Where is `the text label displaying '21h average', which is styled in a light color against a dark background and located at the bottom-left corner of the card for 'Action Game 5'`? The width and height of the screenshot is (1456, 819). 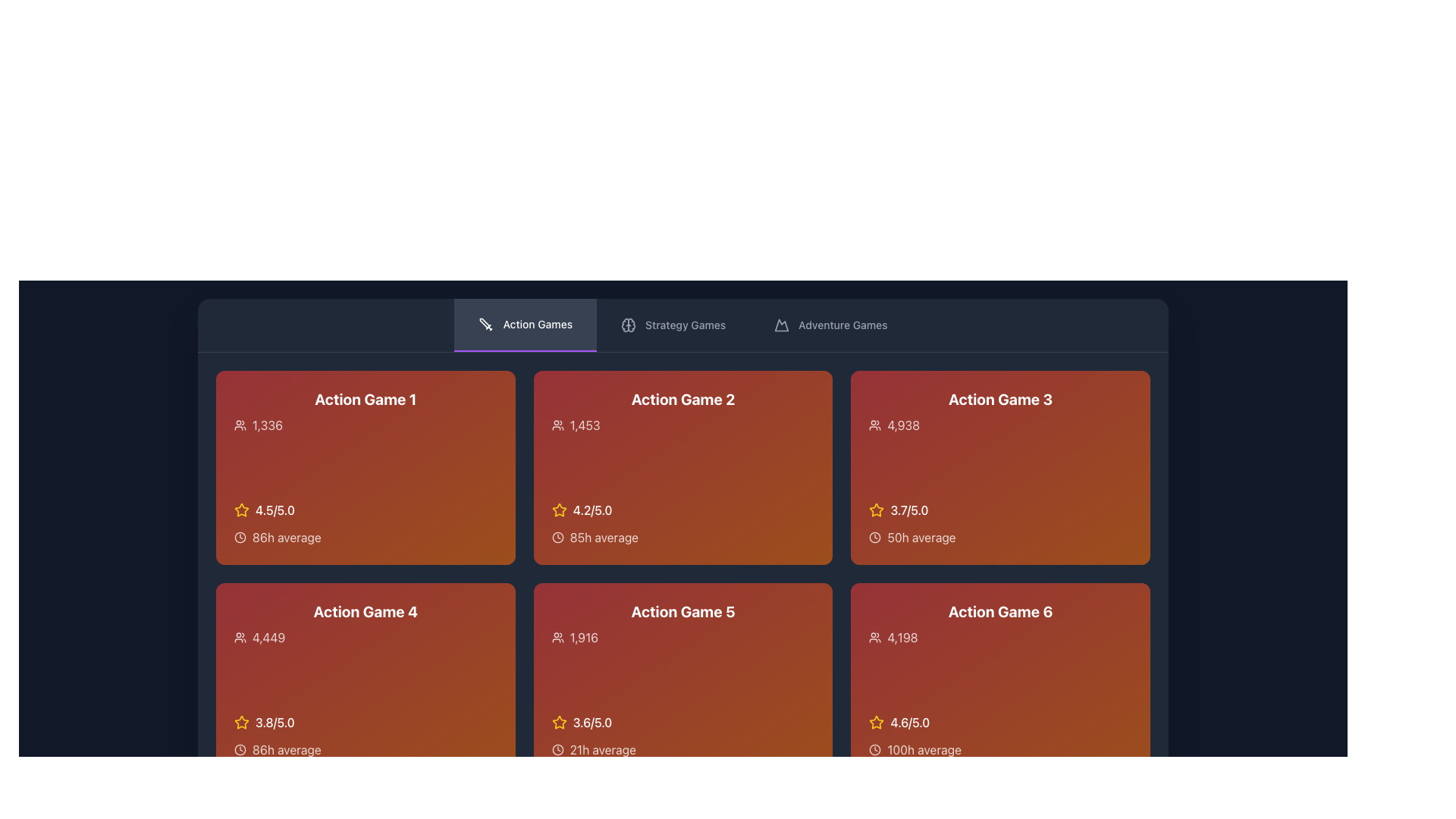
the text label displaying '21h average', which is styled in a light color against a dark background and located at the bottom-left corner of the card for 'Action Game 5' is located at coordinates (602, 748).